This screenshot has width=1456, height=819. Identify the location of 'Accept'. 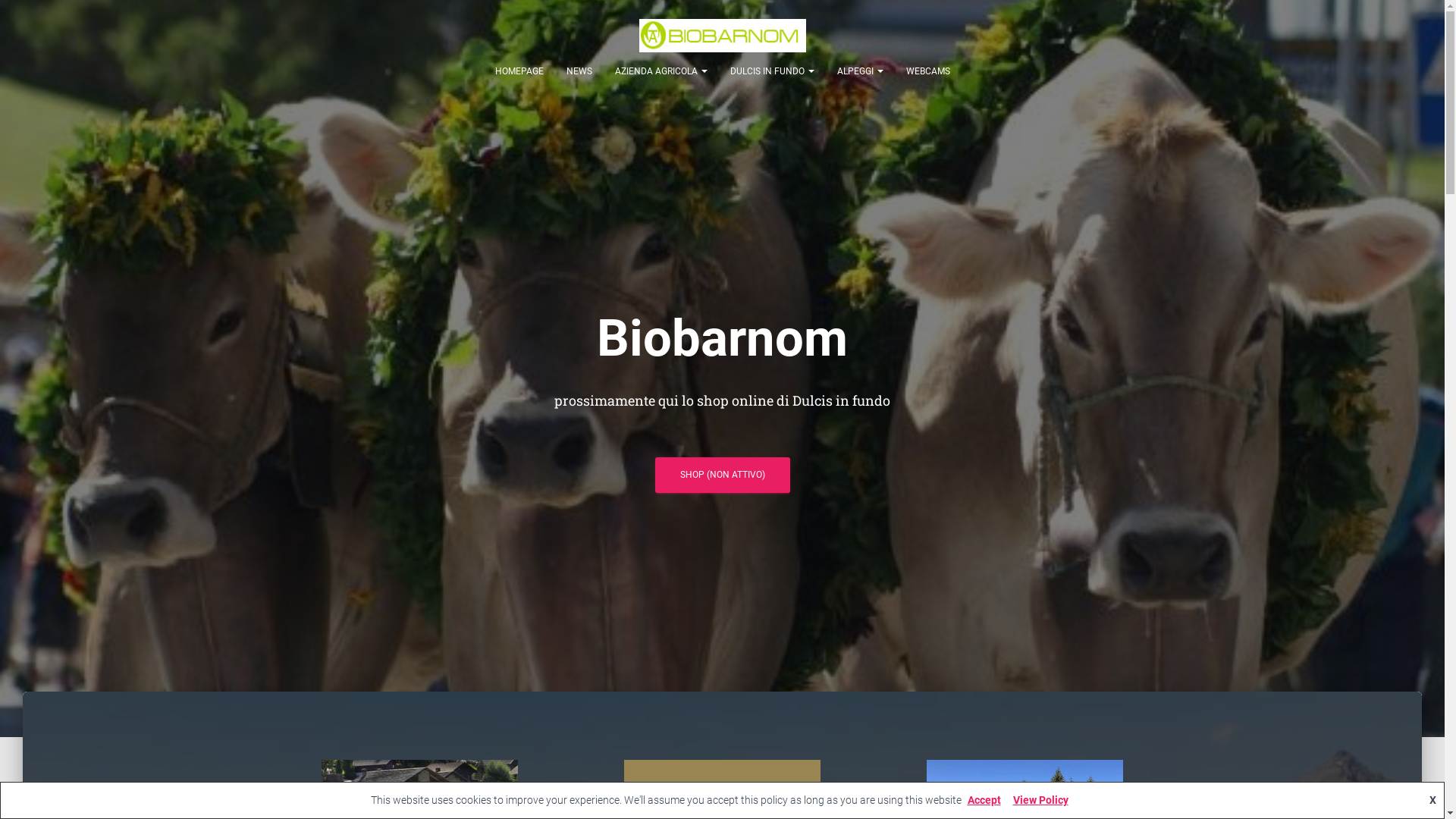
(984, 799).